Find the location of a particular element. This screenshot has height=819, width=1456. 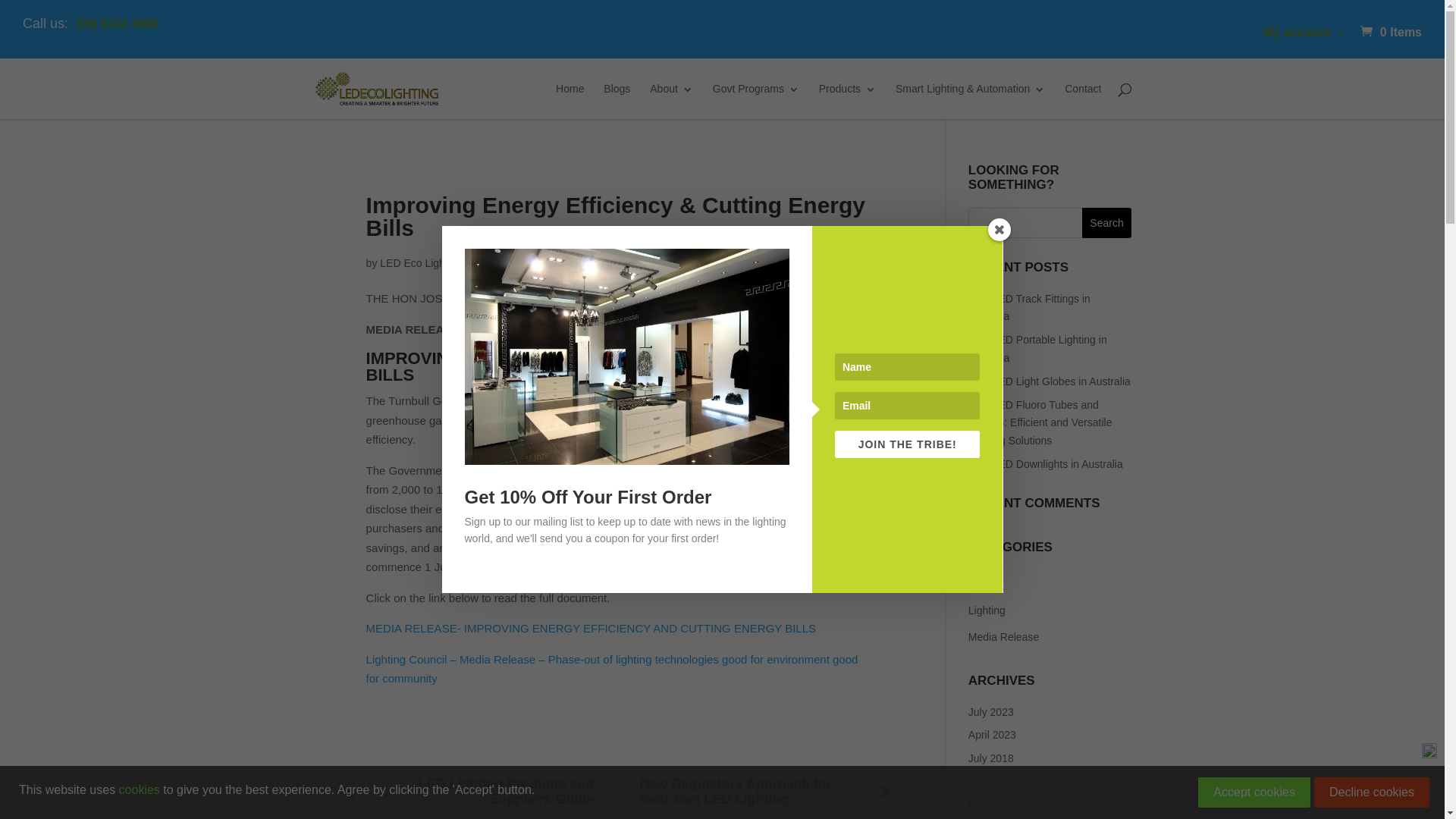

'Best LED Light Globes in Australia' is located at coordinates (967, 380).